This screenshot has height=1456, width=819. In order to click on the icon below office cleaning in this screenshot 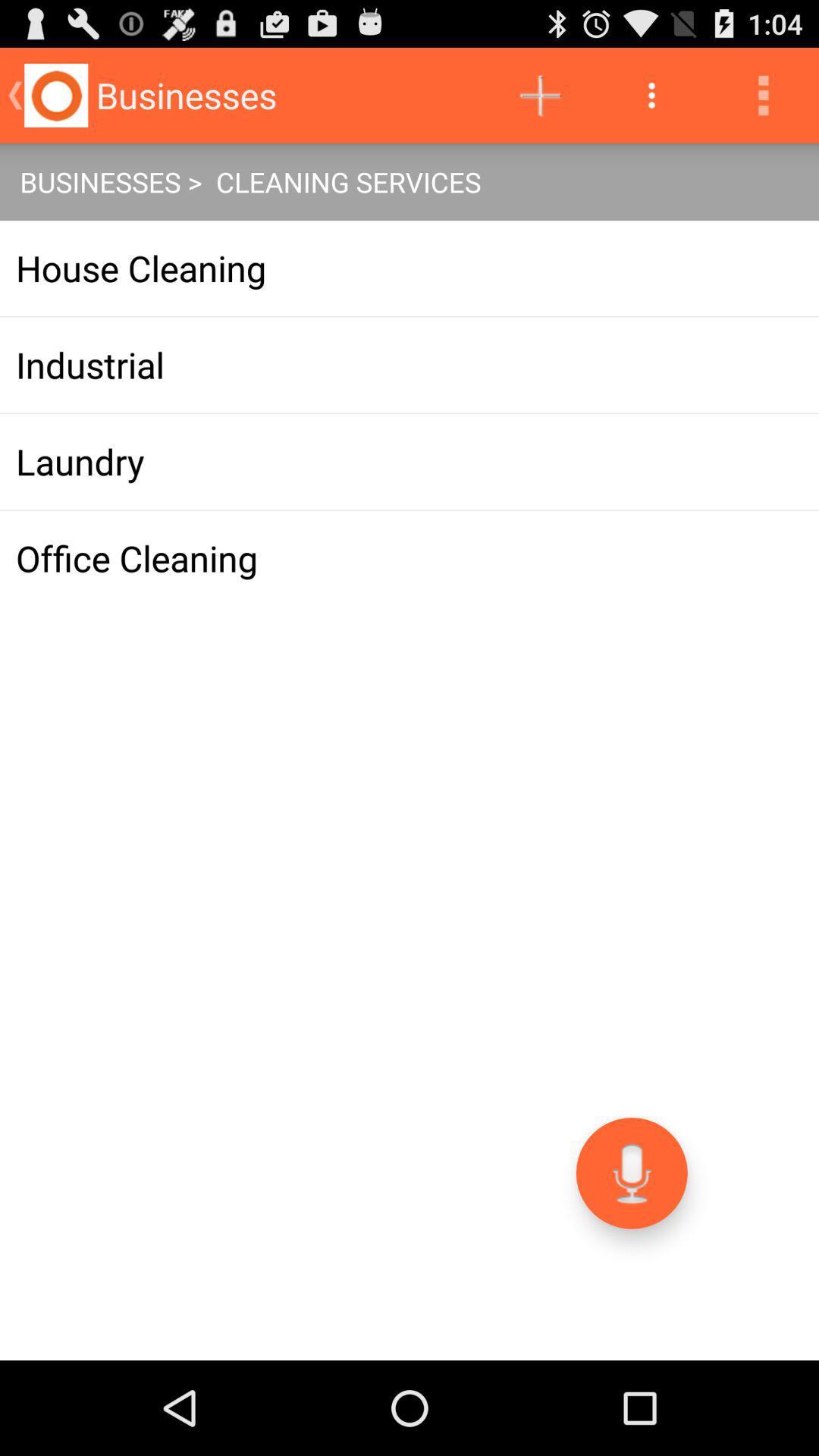, I will do `click(632, 1172)`.